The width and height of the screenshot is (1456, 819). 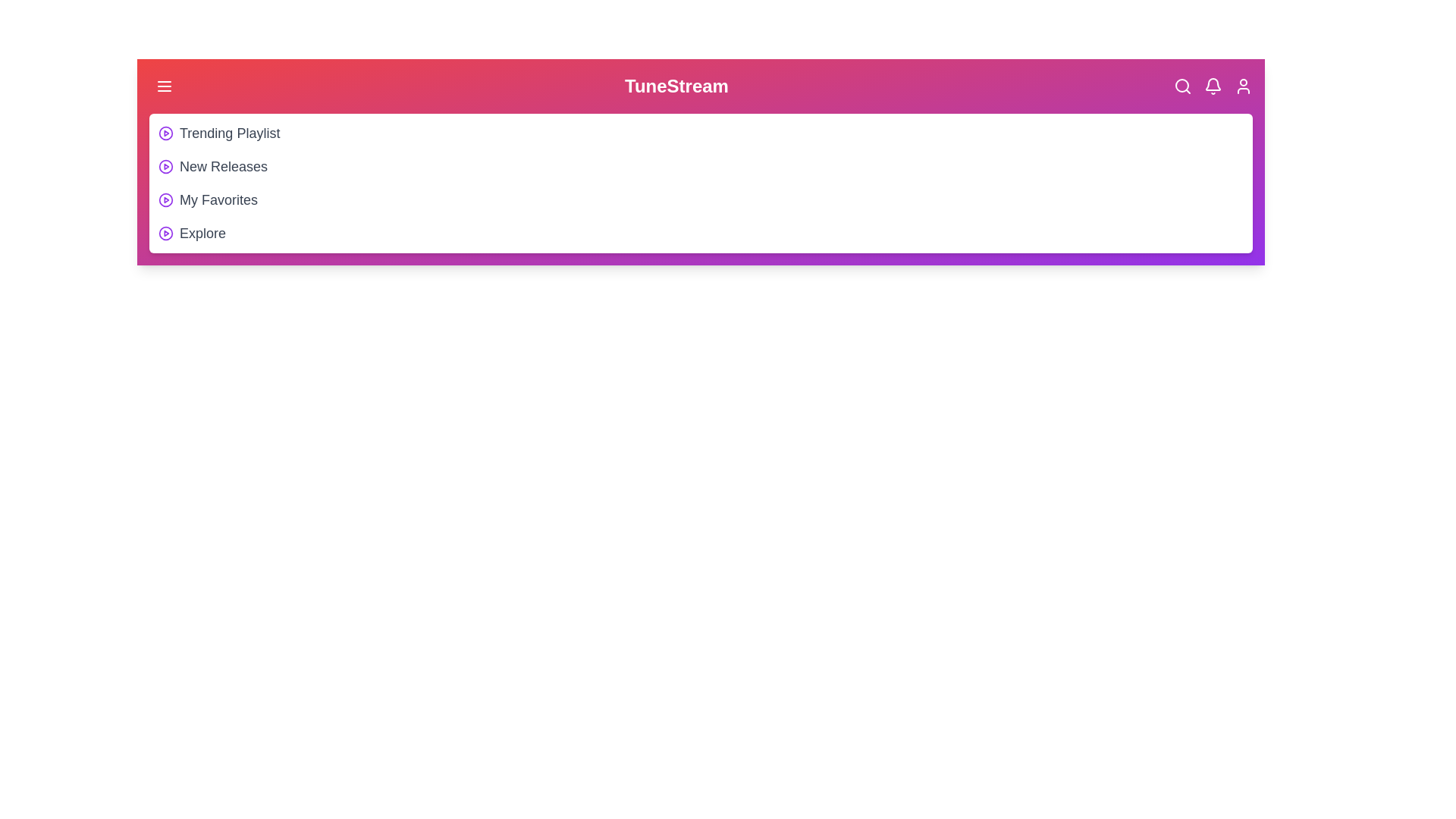 I want to click on the Bell icon in the header, so click(x=1212, y=86).